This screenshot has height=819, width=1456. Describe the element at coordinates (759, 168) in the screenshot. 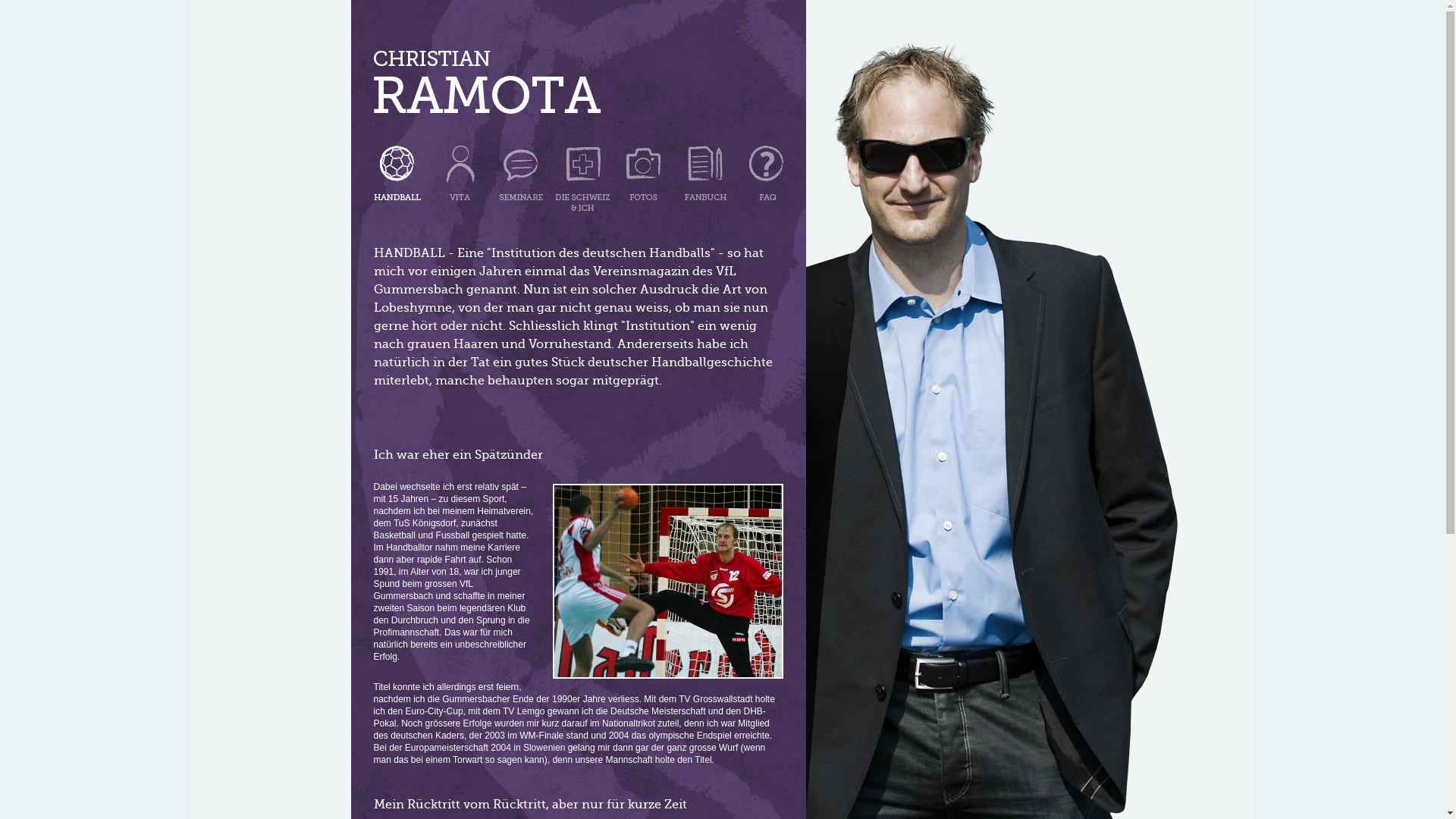

I see `' '` at that location.